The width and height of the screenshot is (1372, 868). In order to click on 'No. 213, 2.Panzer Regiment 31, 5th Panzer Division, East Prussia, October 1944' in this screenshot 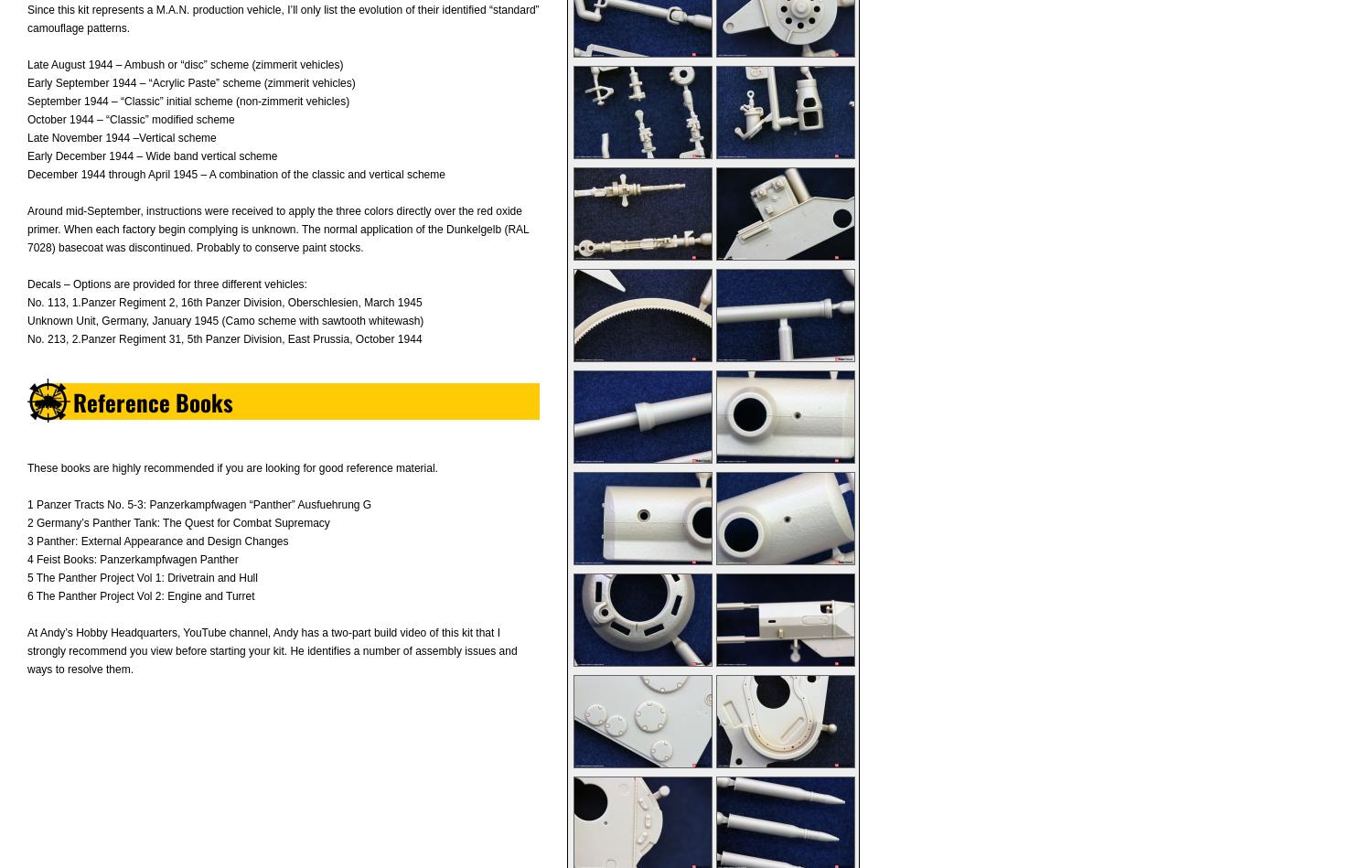, I will do `click(223, 338)`.